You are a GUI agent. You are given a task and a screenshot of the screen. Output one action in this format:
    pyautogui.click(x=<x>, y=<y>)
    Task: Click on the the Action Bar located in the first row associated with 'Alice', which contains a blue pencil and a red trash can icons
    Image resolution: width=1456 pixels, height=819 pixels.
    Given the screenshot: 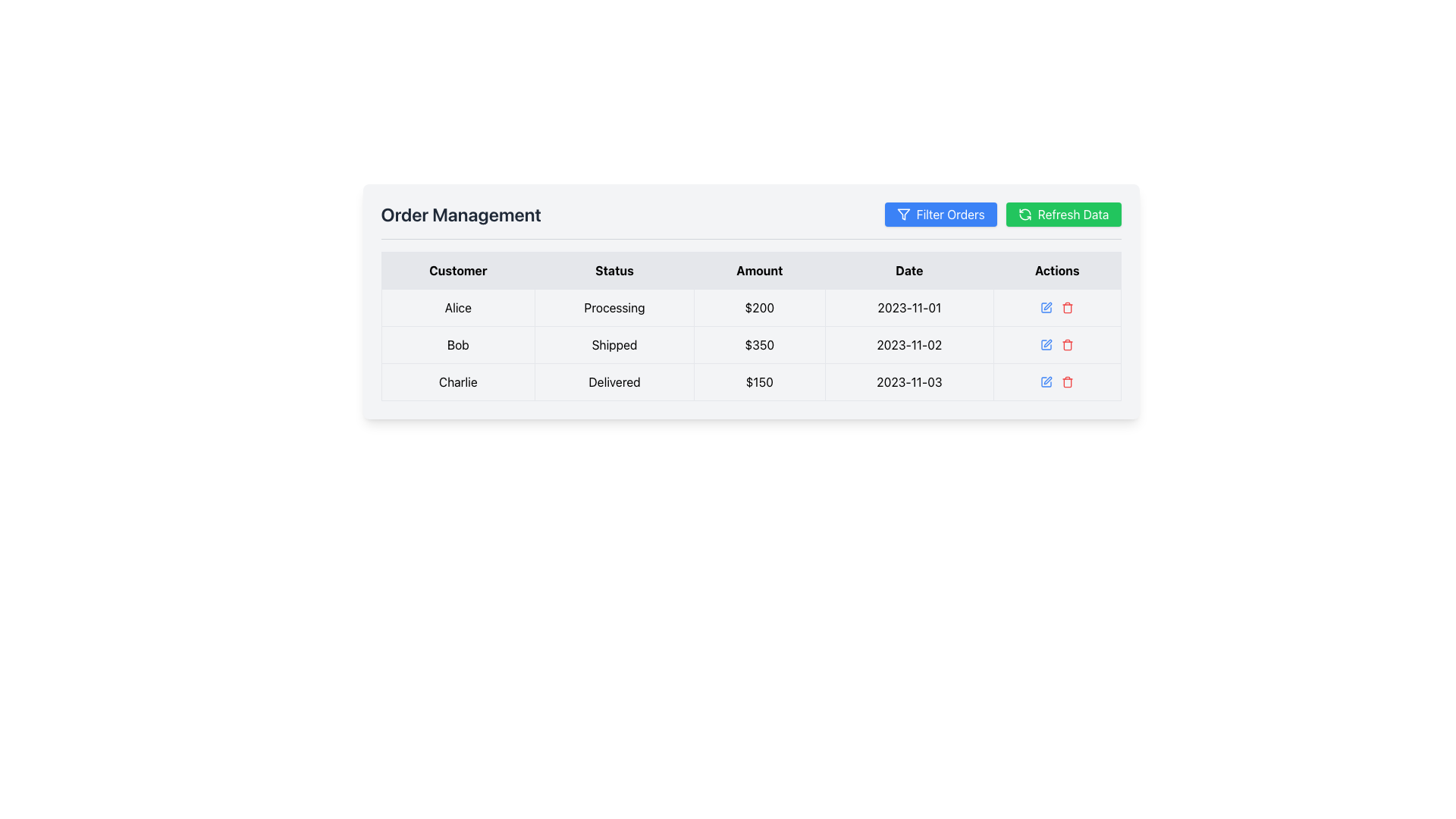 What is the action you would take?
    pyautogui.click(x=1056, y=307)
    